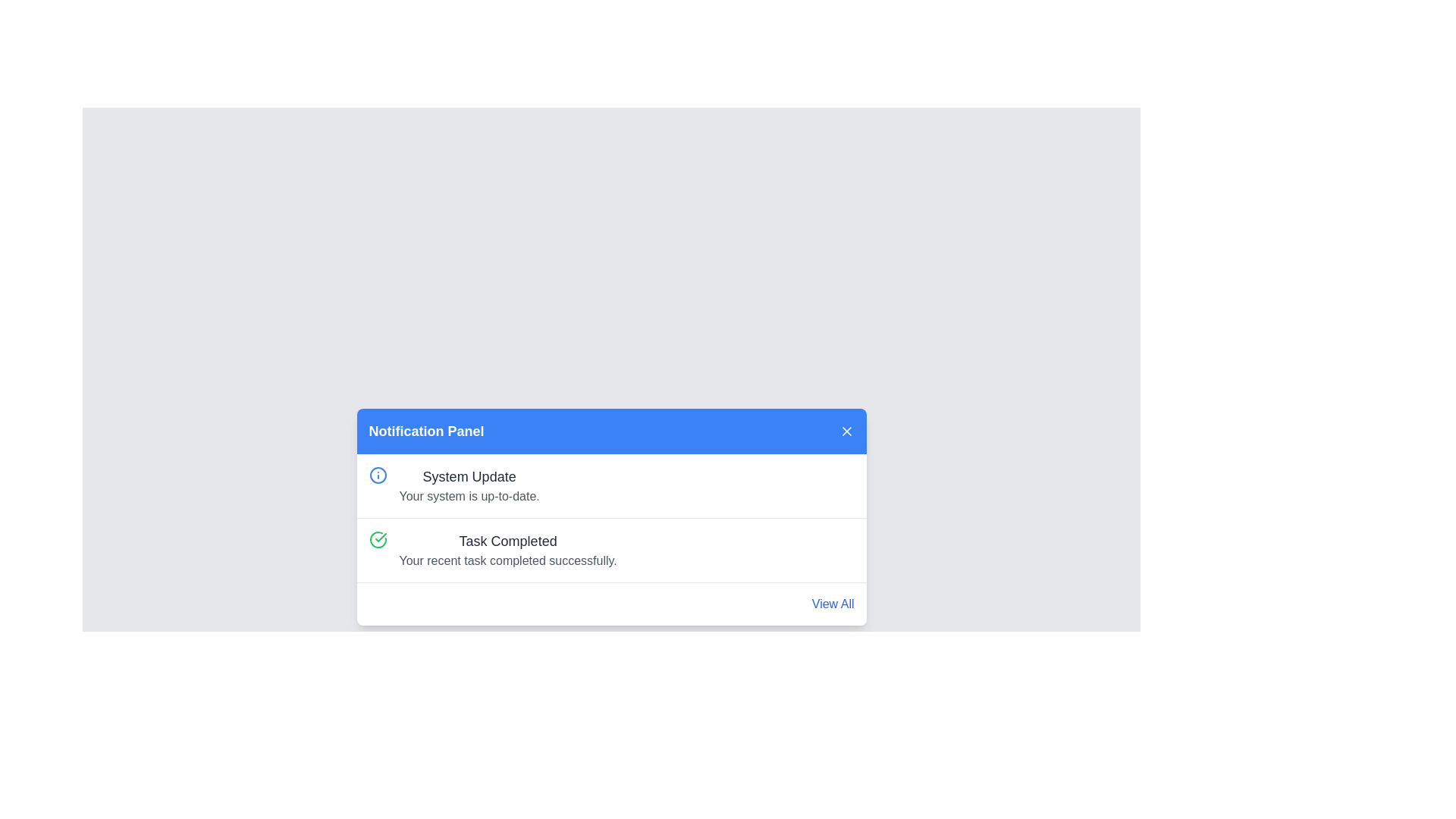 Image resolution: width=1456 pixels, height=819 pixels. I want to click on the small blue 'X' button located at the far right of the 'Notification Panel' header bar, so click(846, 431).